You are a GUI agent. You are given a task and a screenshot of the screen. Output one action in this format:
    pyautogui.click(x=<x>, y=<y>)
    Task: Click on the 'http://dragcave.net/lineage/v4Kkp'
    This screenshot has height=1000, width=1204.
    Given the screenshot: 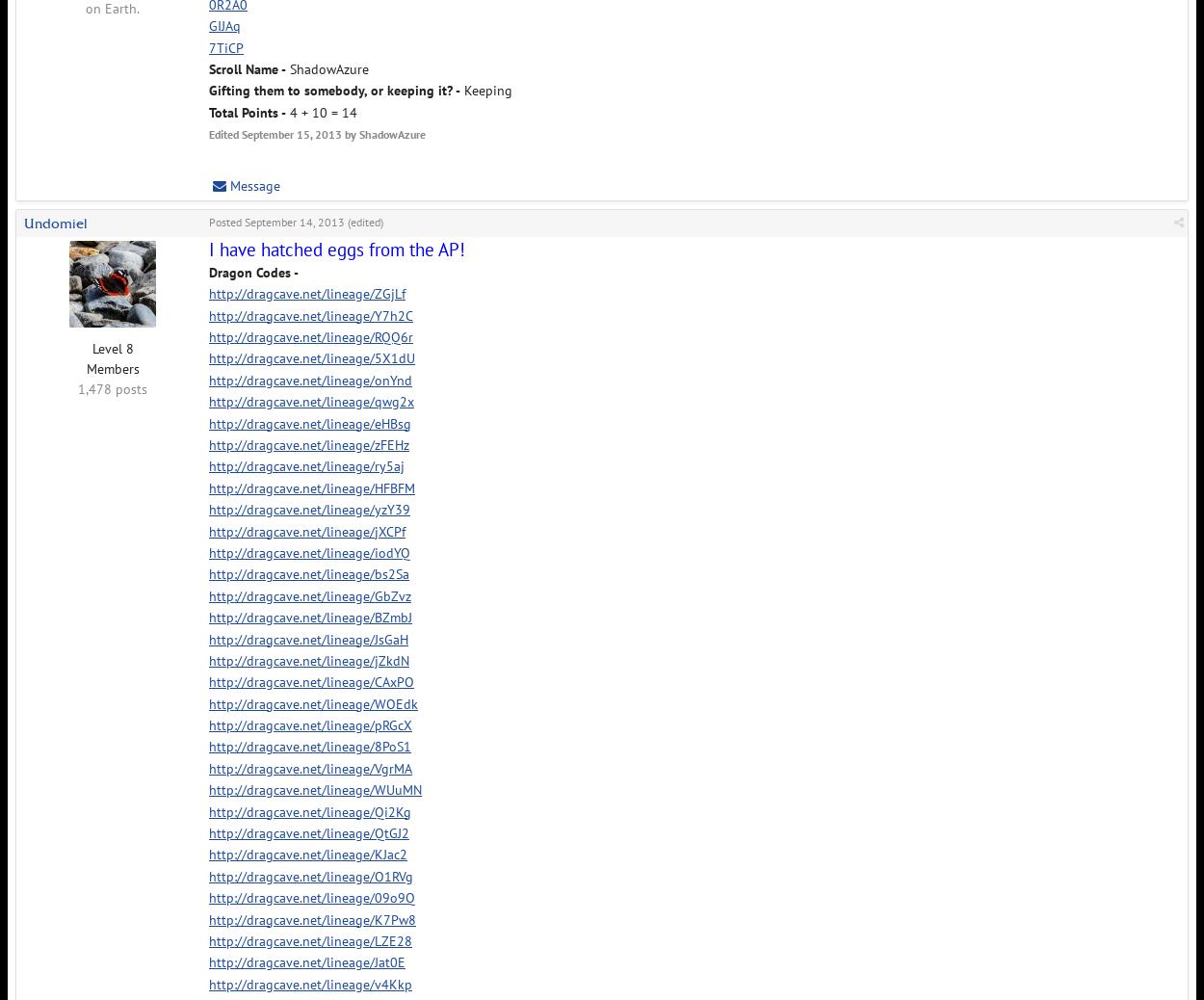 What is the action you would take?
    pyautogui.click(x=309, y=983)
    